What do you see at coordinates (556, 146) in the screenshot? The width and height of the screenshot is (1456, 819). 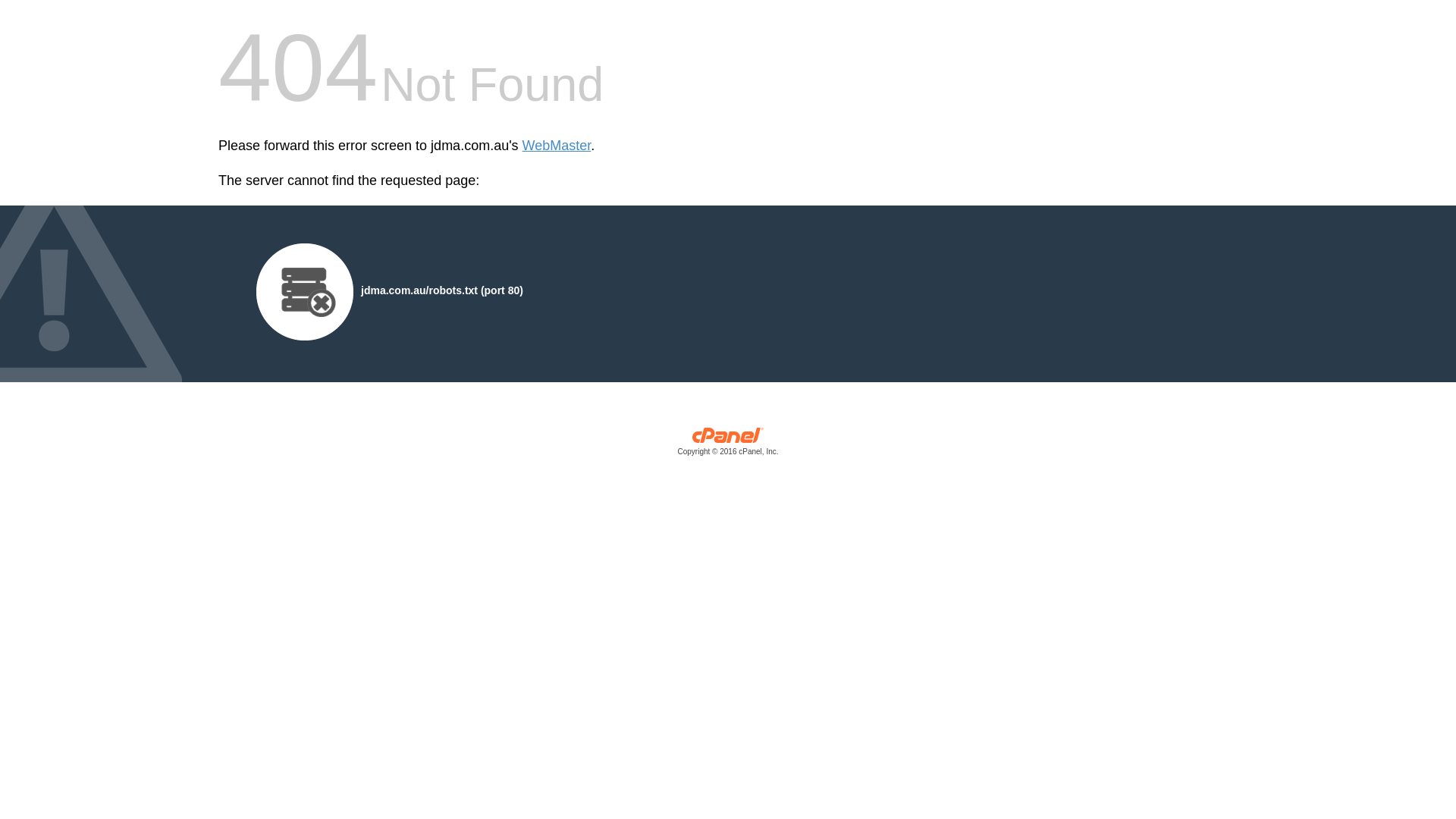 I see `'WebMaster'` at bounding box center [556, 146].